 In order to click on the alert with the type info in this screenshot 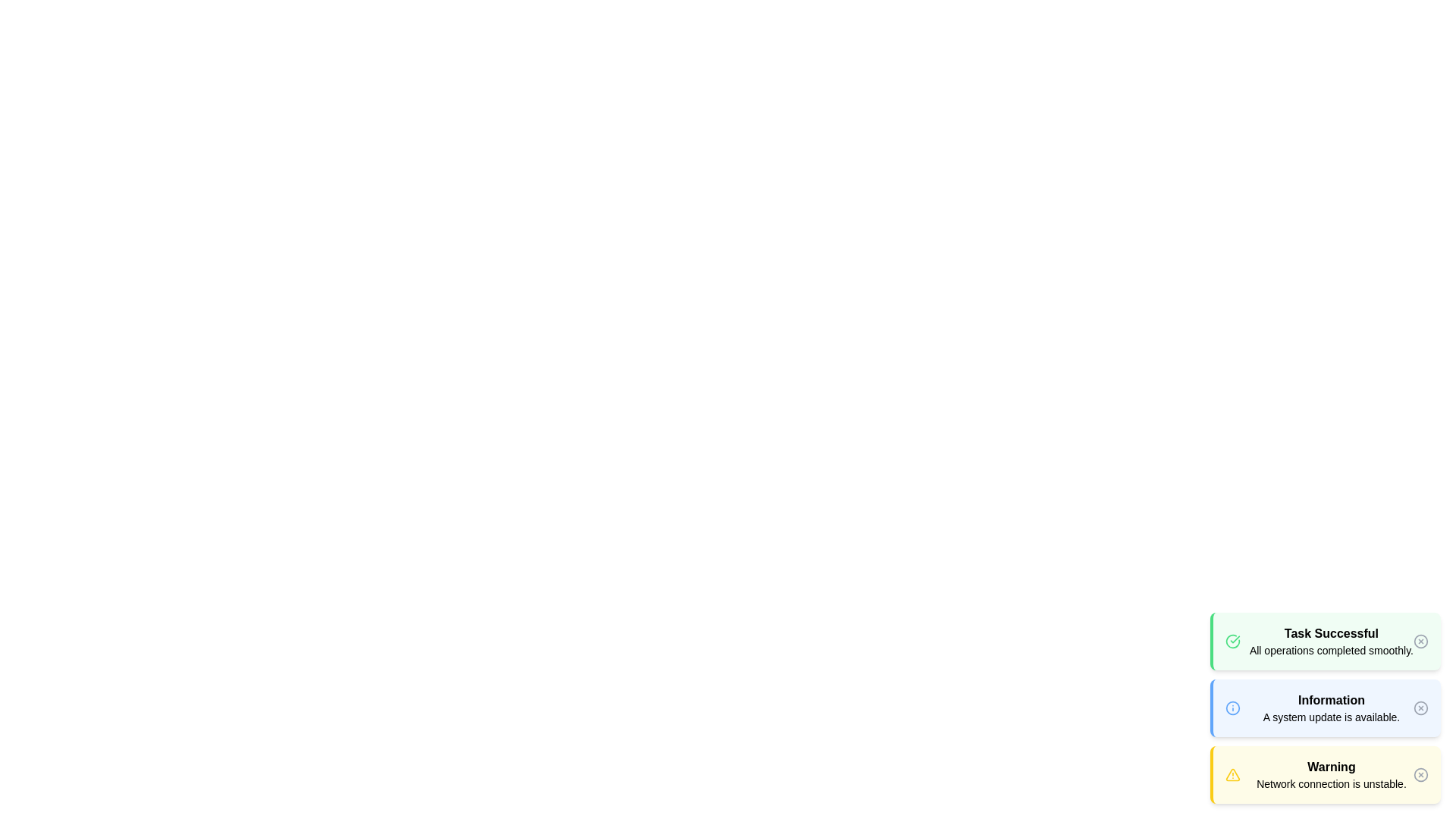, I will do `click(1324, 708)`.